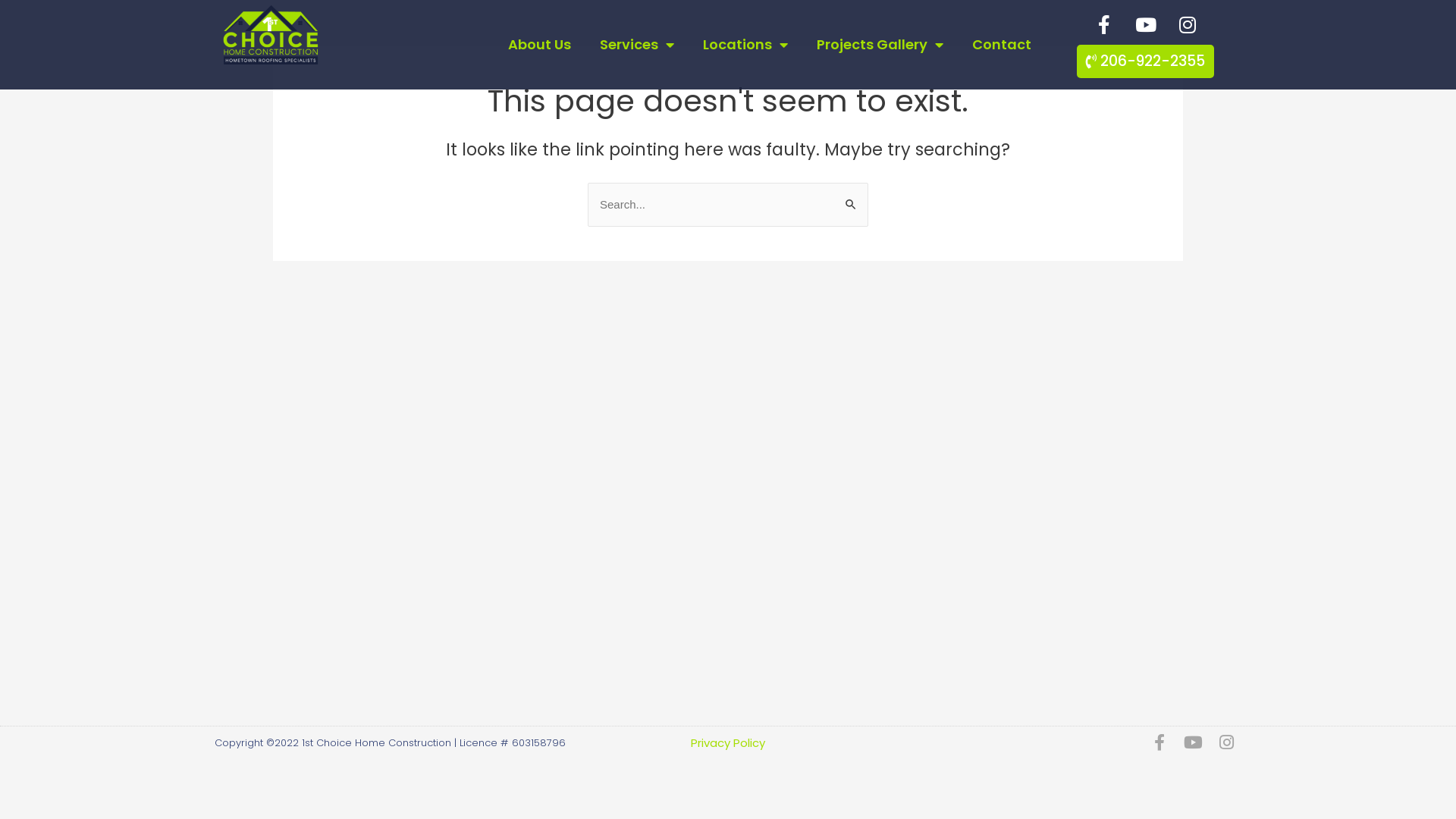  I want to click on 'Facebook-f', so click(1103, 24).